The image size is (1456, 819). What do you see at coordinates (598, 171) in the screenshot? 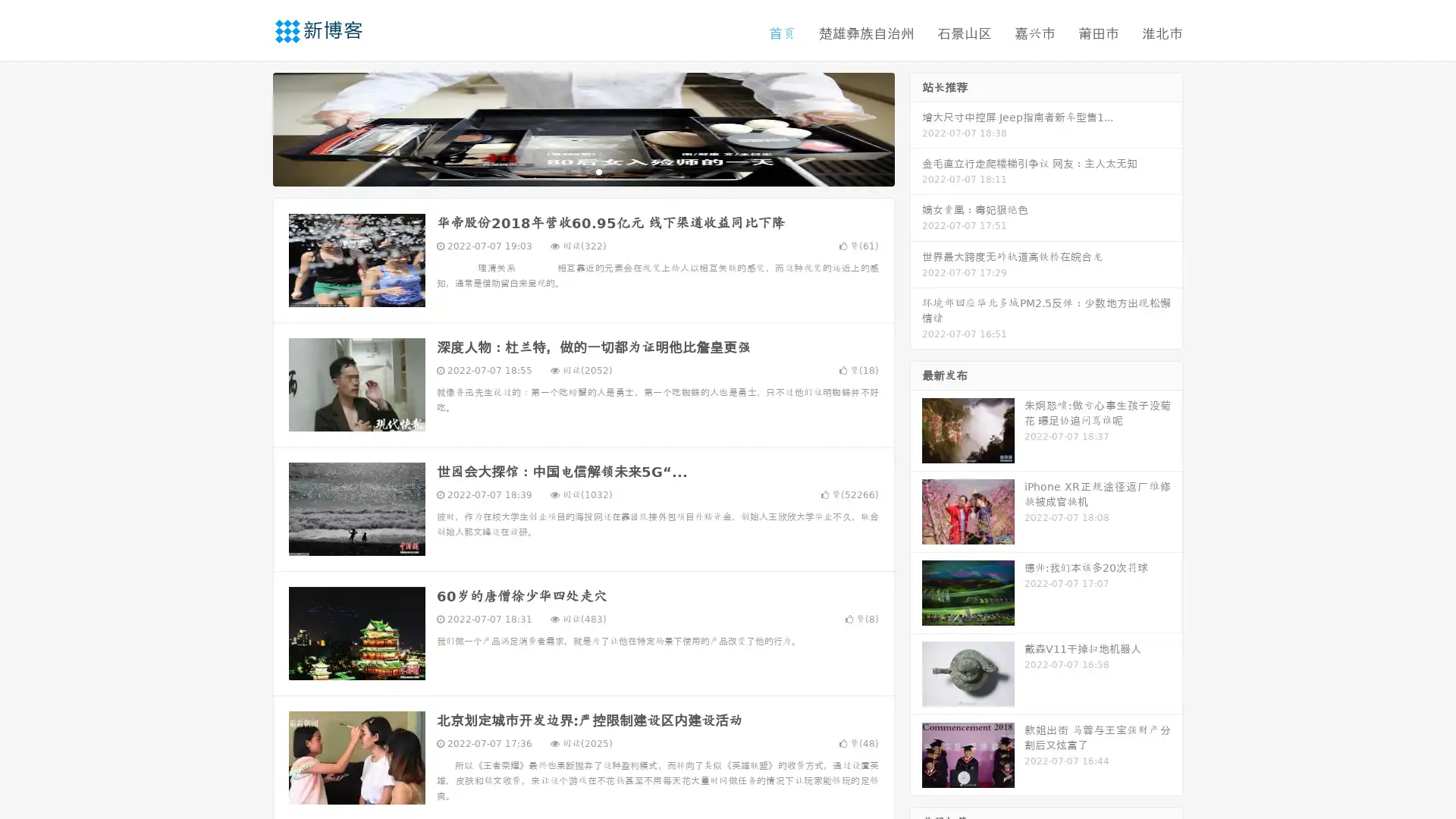
I see `Go to slide 3` at bounding box center [598, 171].